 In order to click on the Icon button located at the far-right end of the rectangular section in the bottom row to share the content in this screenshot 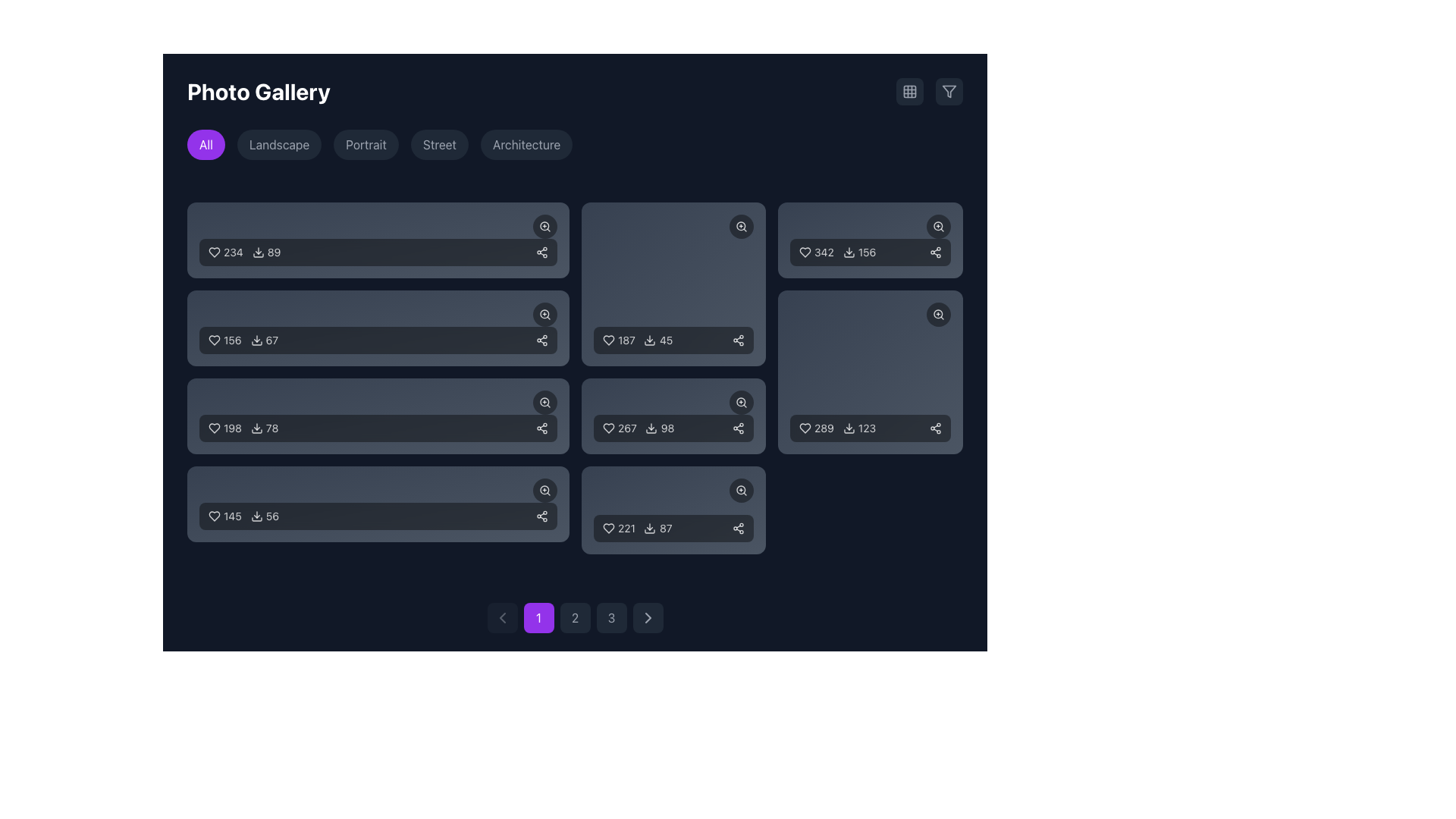, I will do `click(541, 516)`.